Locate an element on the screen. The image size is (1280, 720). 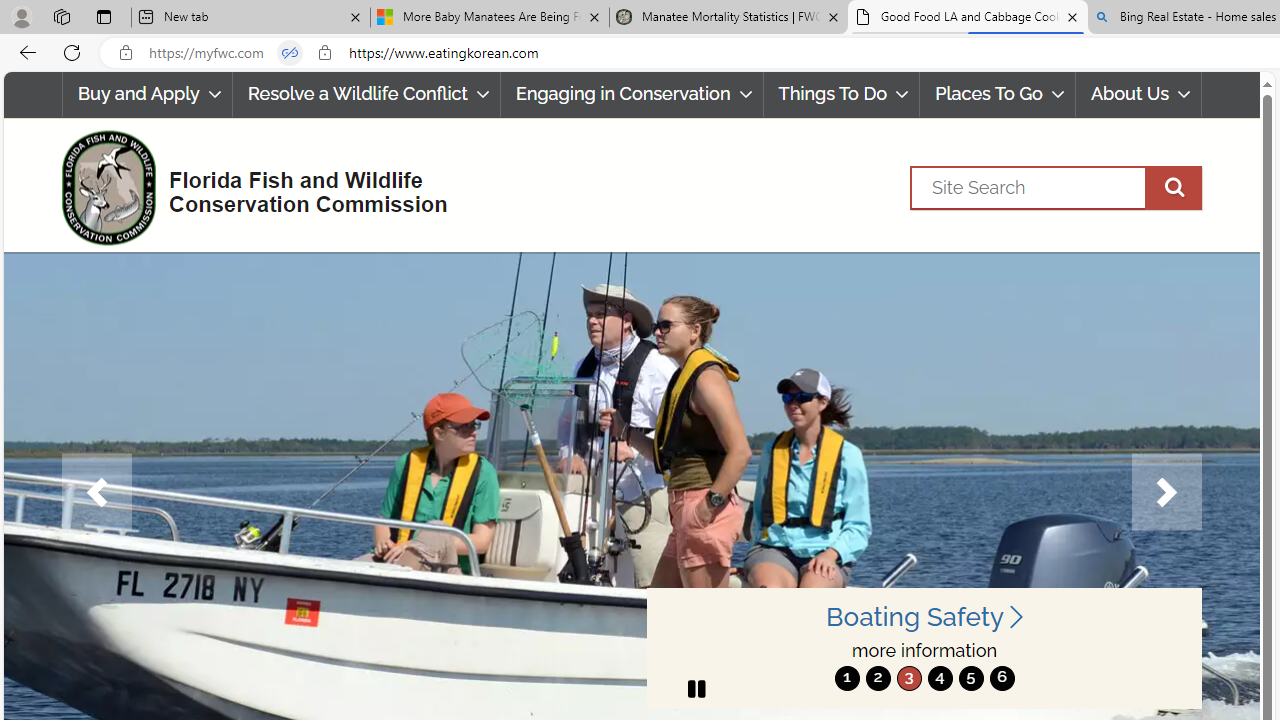
'6' is located at coordinates (1002, 677).